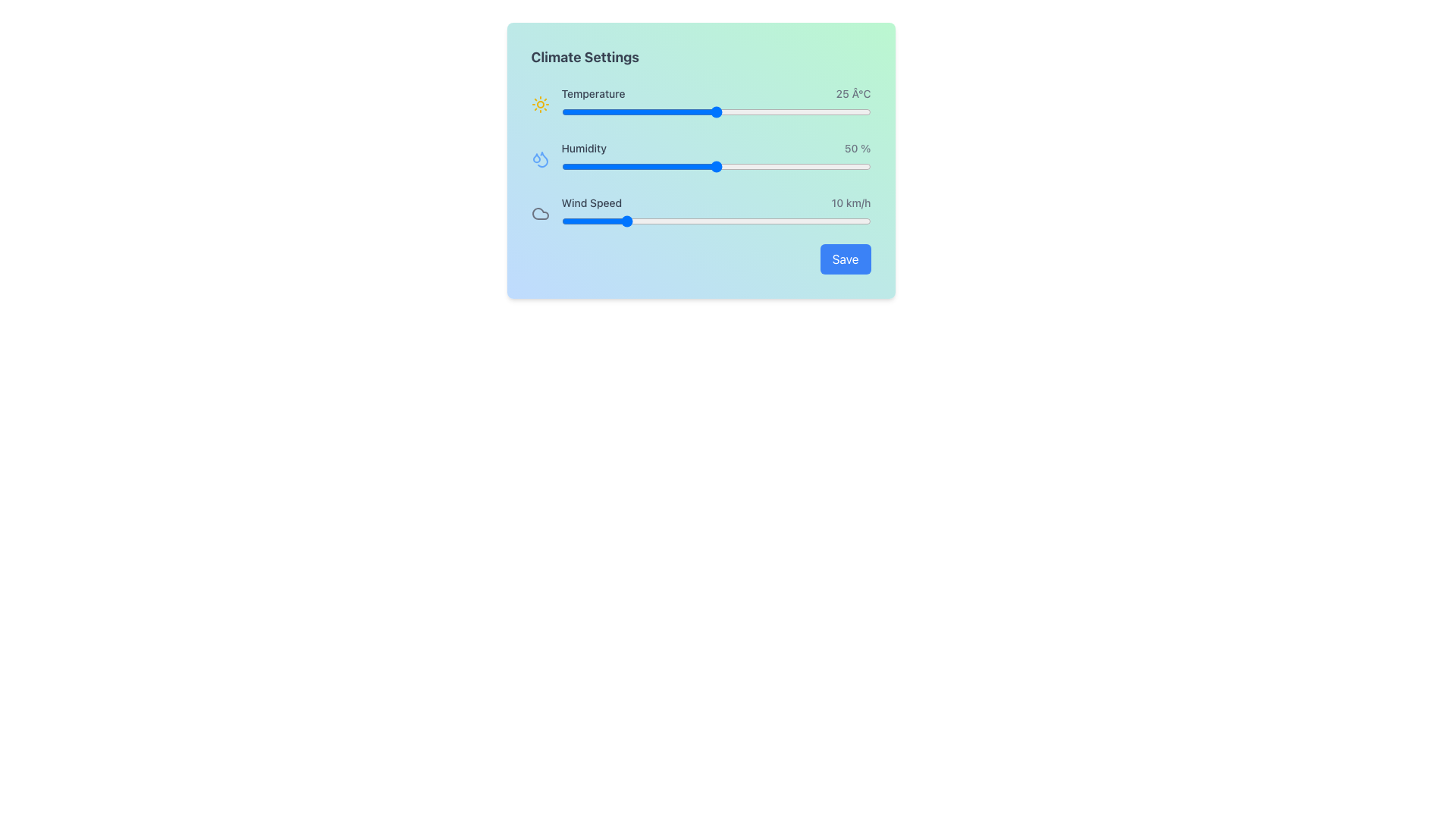  I want to click on the slider, so click(709, 111).